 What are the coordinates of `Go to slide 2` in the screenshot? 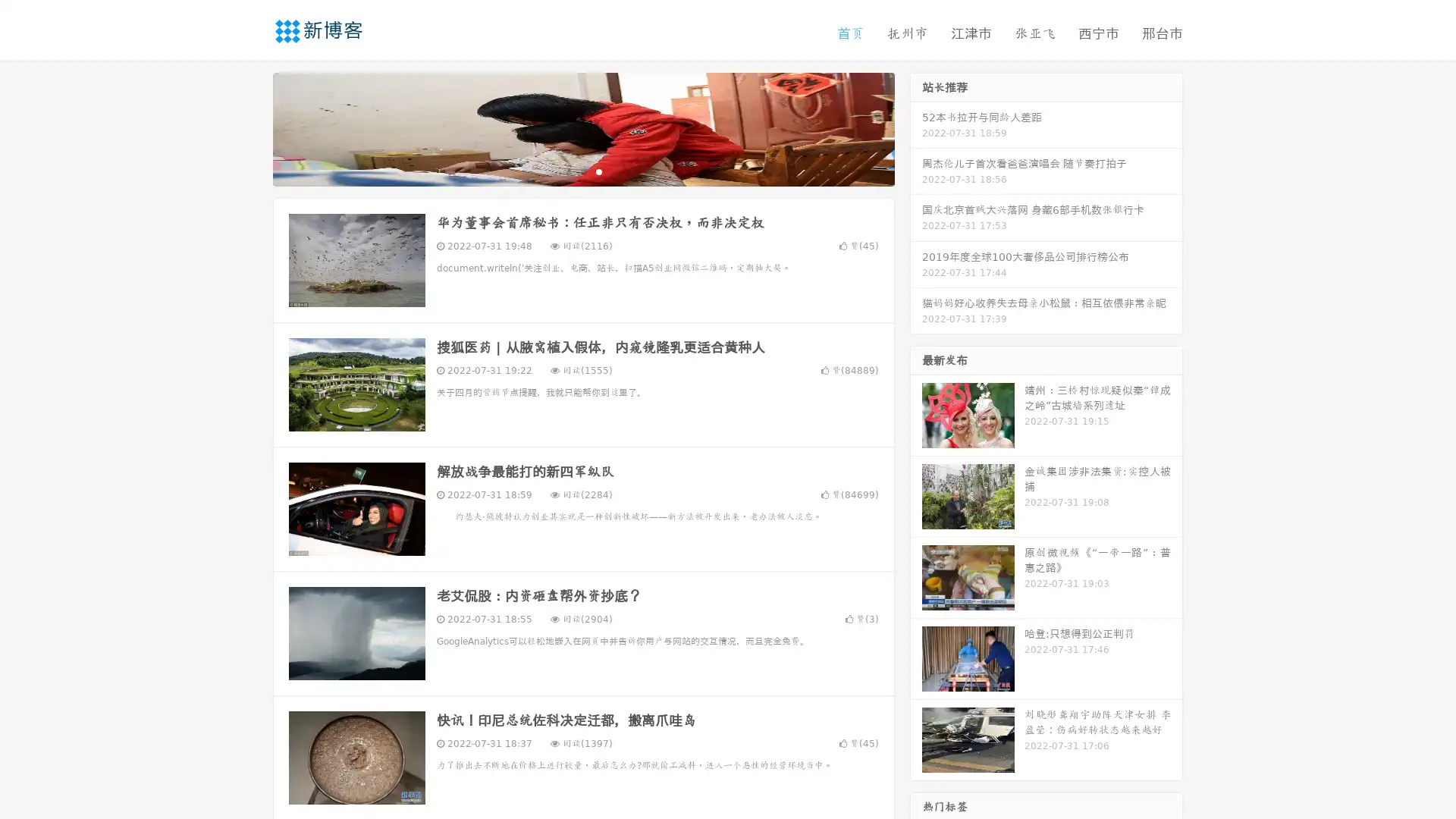 It's located at (582, 171).